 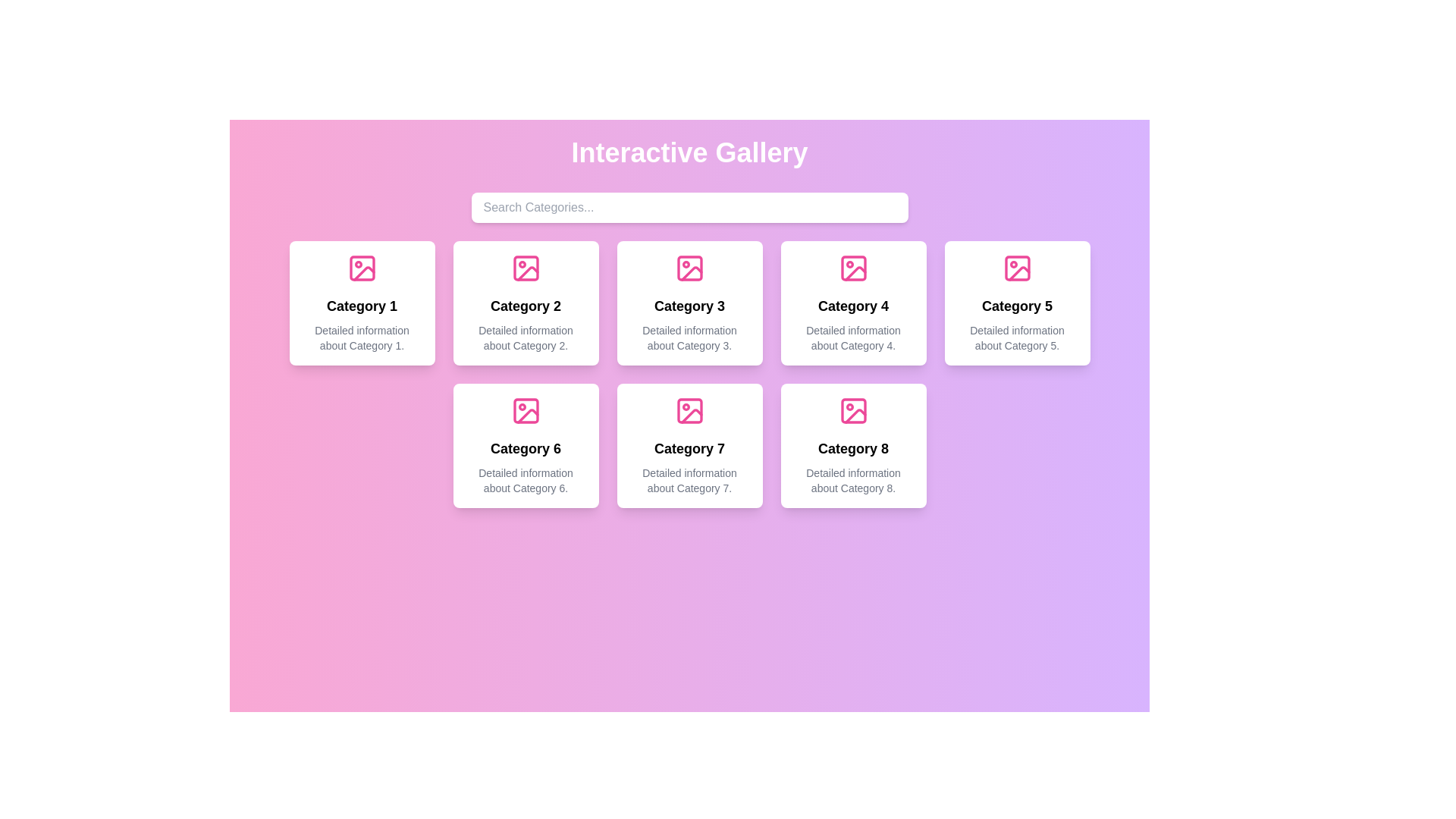 What do you see at coordinates (855, 415) in the screenshot?
I see `the curved triangular-shaped line segment within the SVG icon that denotes an image, located at the top of the card labeled 'Category 8'` at bounding box center [855, 415].